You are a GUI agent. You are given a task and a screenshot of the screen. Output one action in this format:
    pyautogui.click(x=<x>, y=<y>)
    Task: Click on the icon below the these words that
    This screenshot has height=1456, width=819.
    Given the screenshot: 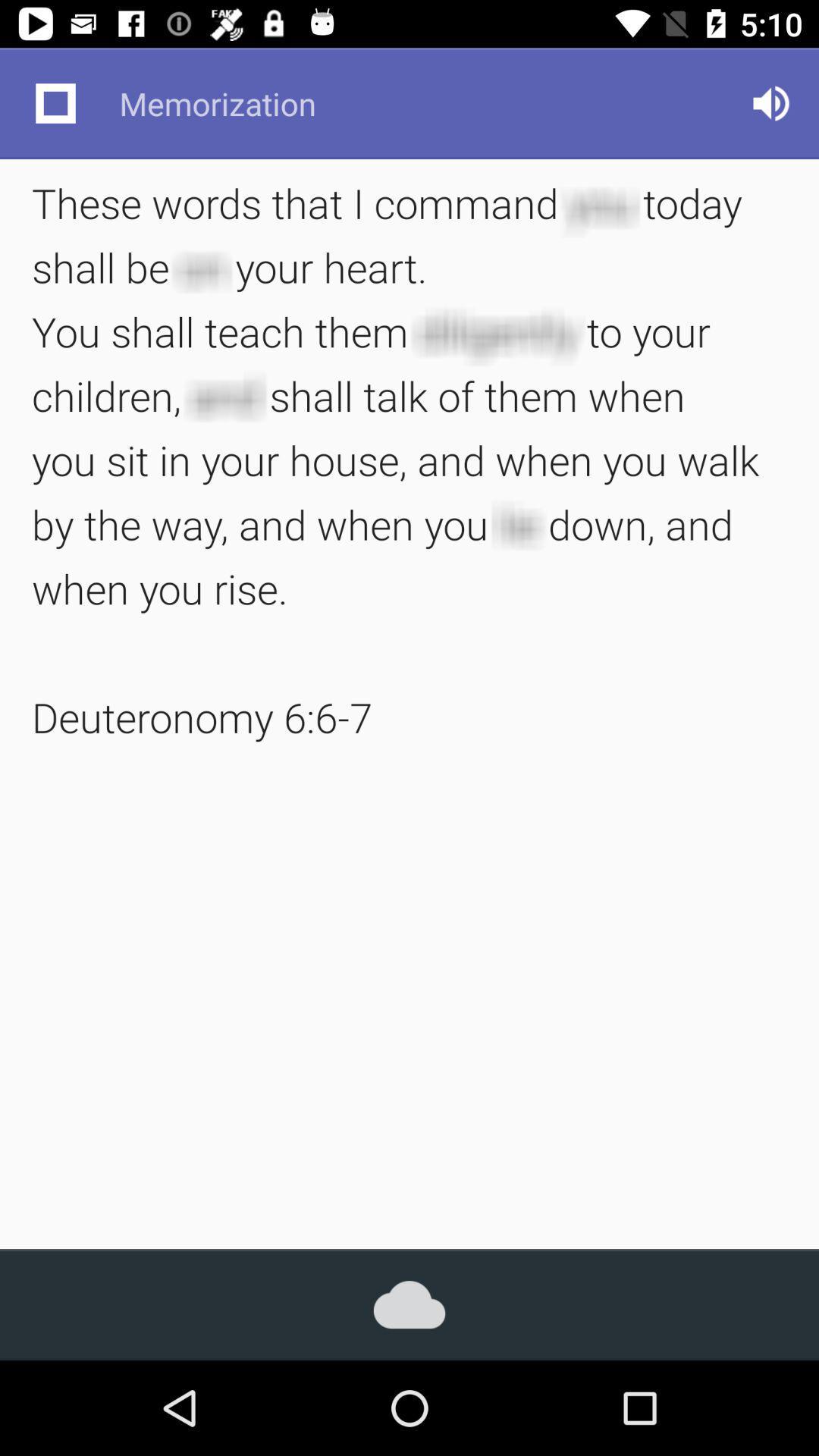 What is the action you would take?
    pyautogui.click(x=409, y=1304)
    